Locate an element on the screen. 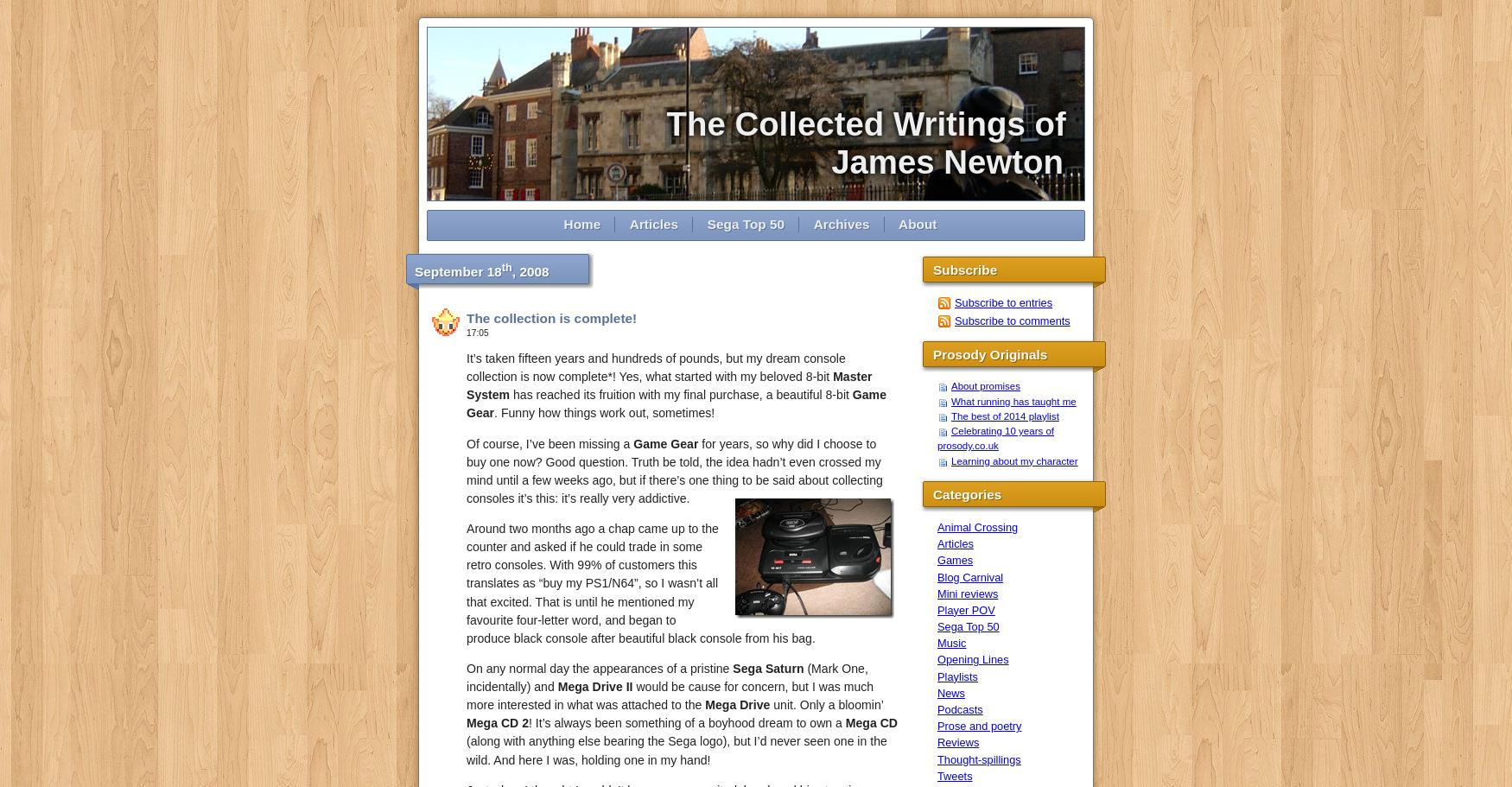  'Mini reviews' is located at coordinates (968, 592).